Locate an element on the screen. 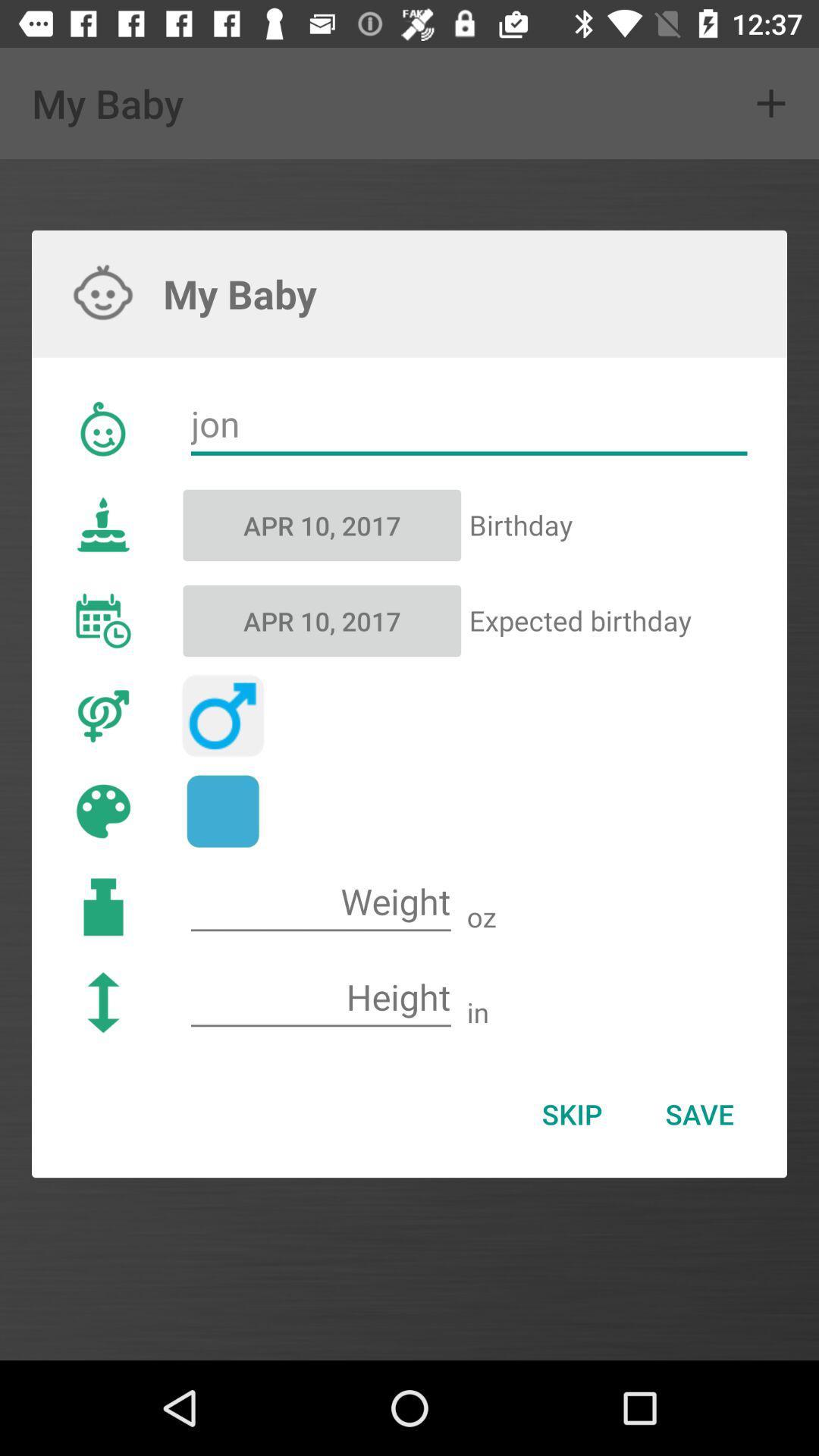  icon to the left of save item is located at coordinates (572, 1114).